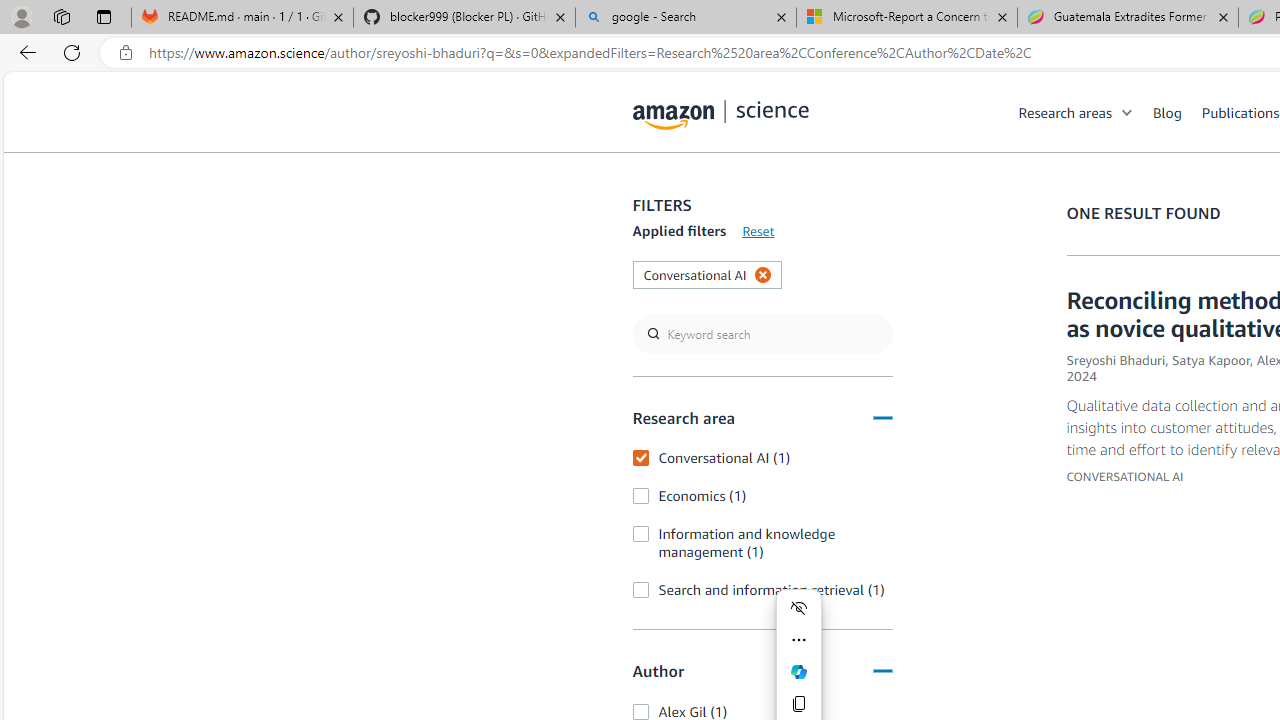 Image resolution: width=1280 pixels, height=720 pixels. I want to click on 'amazon-science-logo.svg', so click(720, 115).